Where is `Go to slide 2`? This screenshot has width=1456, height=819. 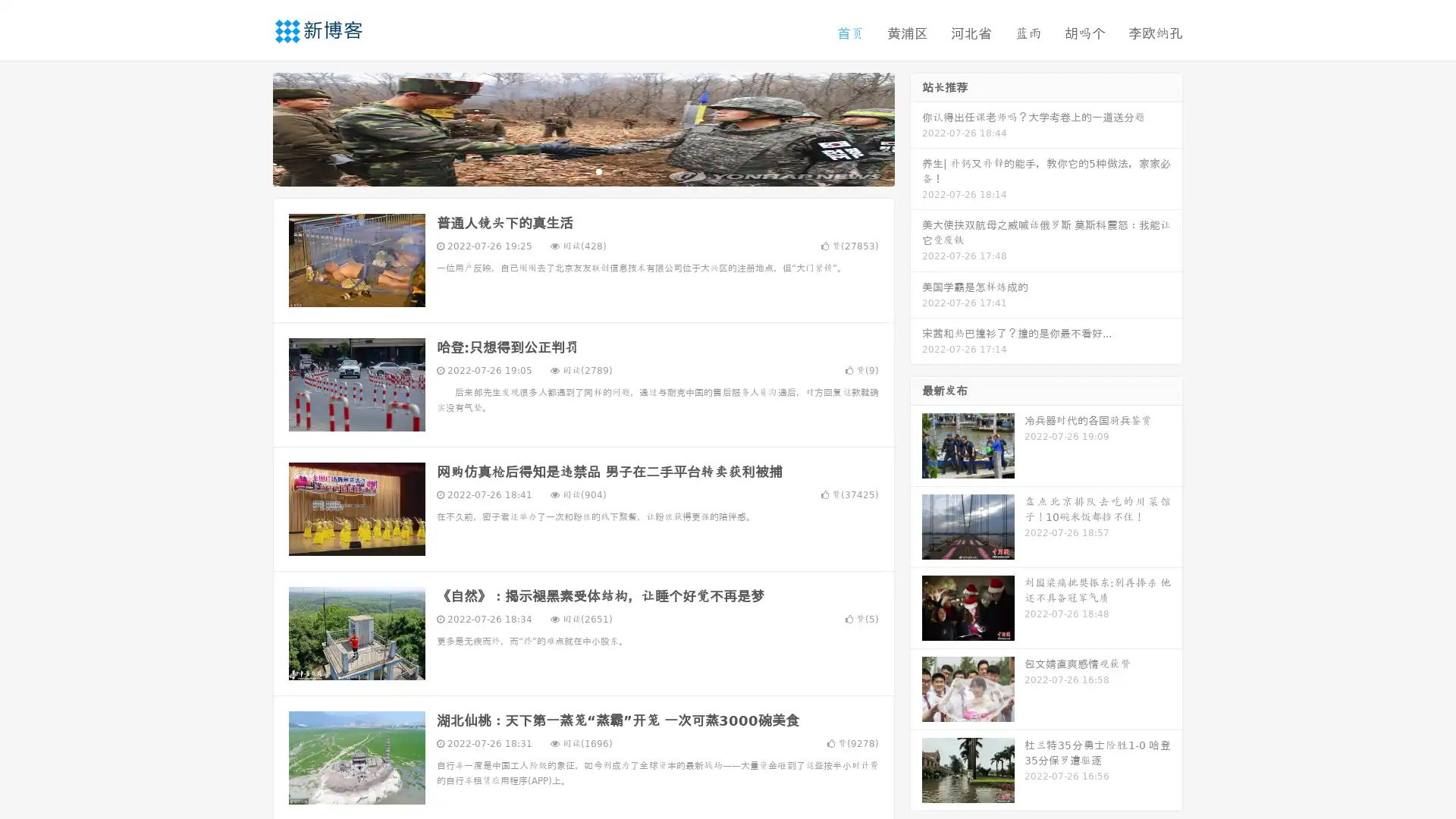
Go to slide 2 is located at coordinates (582, 171).